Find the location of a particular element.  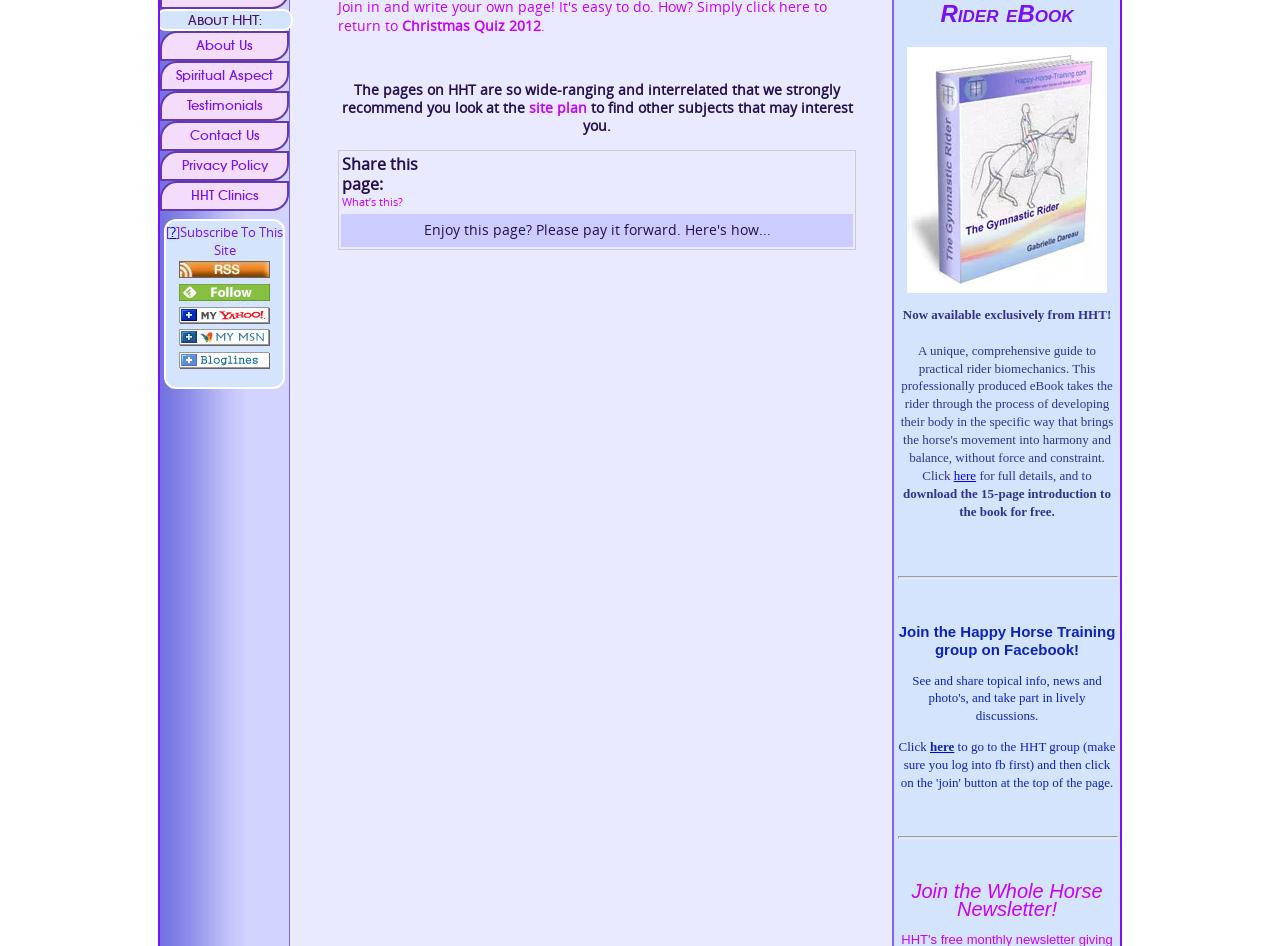

'Would you prefer to share this page with others by linking to it?' is located at coordinates (560, 260).